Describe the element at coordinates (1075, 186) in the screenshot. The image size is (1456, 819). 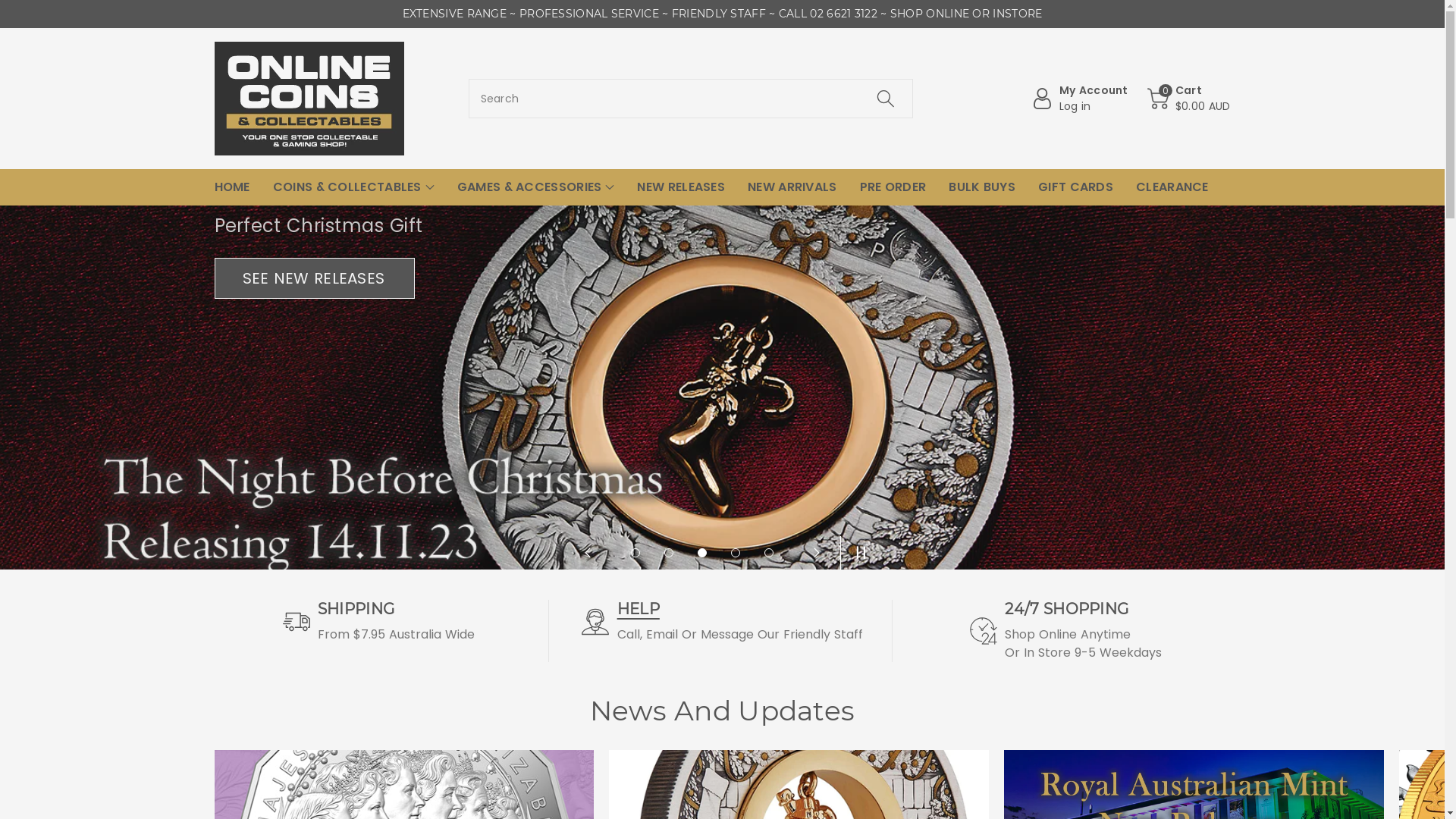
I see `'GIFT CARDS'` at that location.